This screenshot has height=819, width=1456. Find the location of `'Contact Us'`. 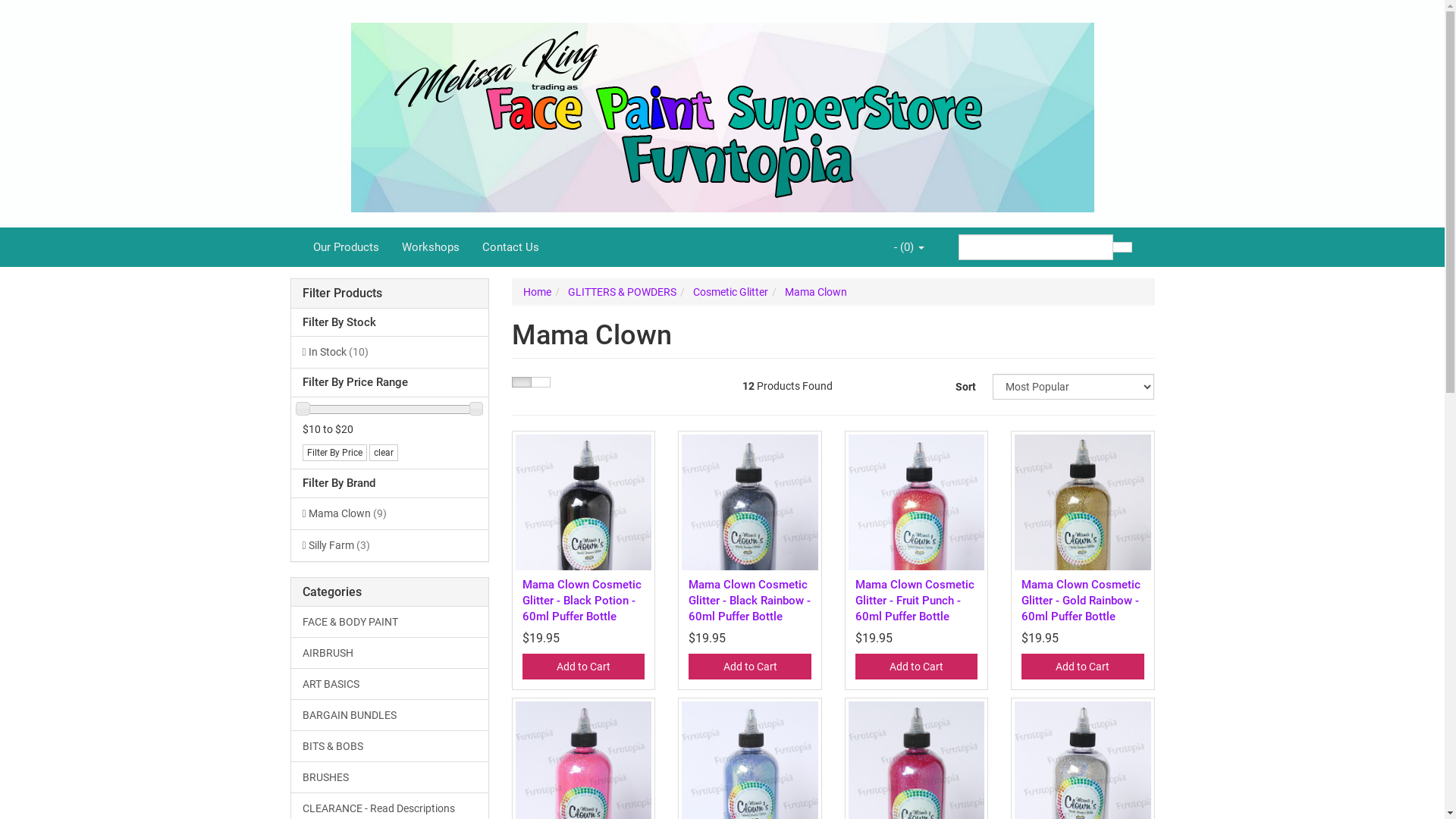

'Contact Us' is located at coordinates (510, 246).